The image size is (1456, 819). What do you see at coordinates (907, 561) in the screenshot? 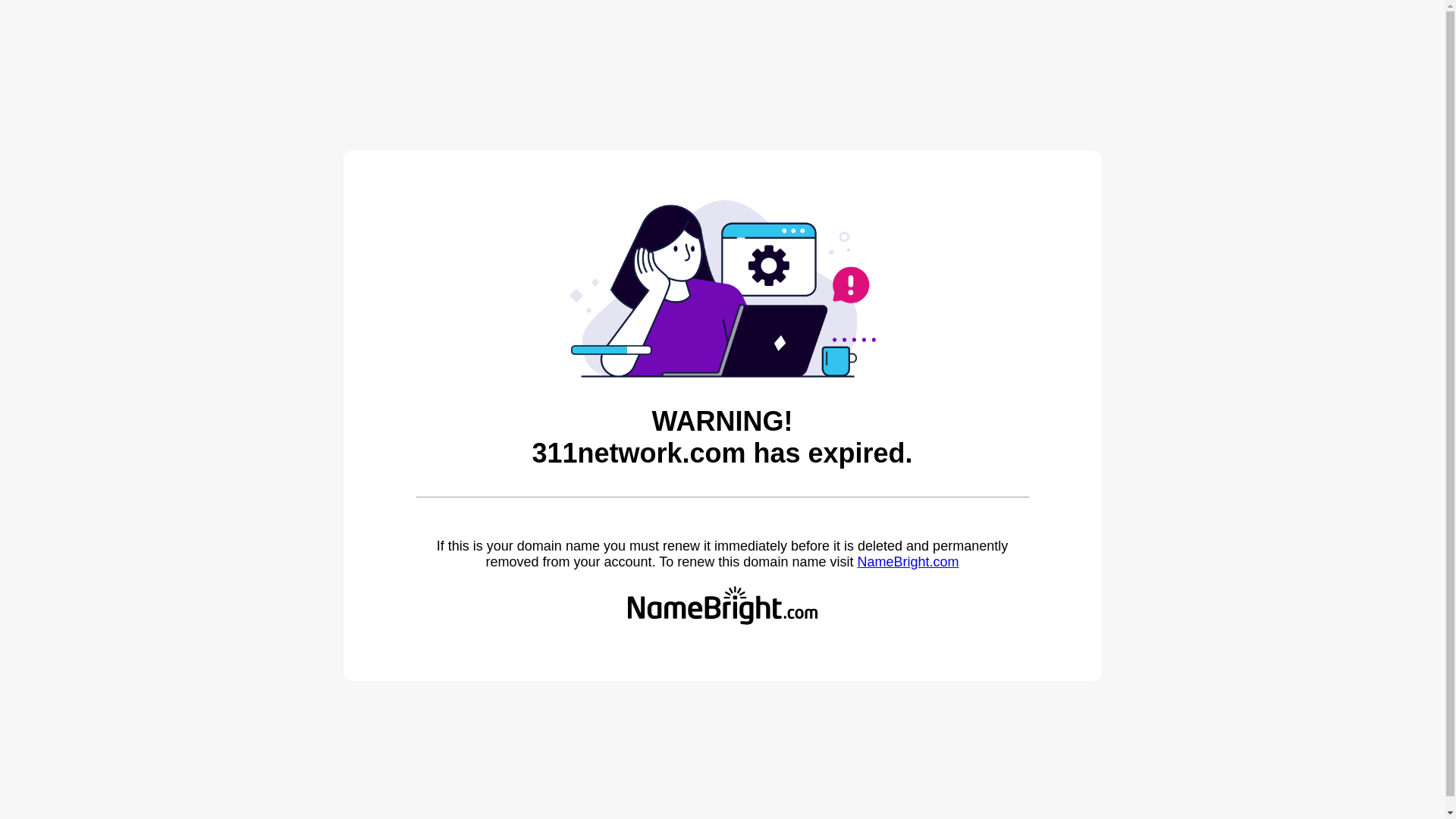
I see `'NameBright.com'` at bounding box center [907, 561].